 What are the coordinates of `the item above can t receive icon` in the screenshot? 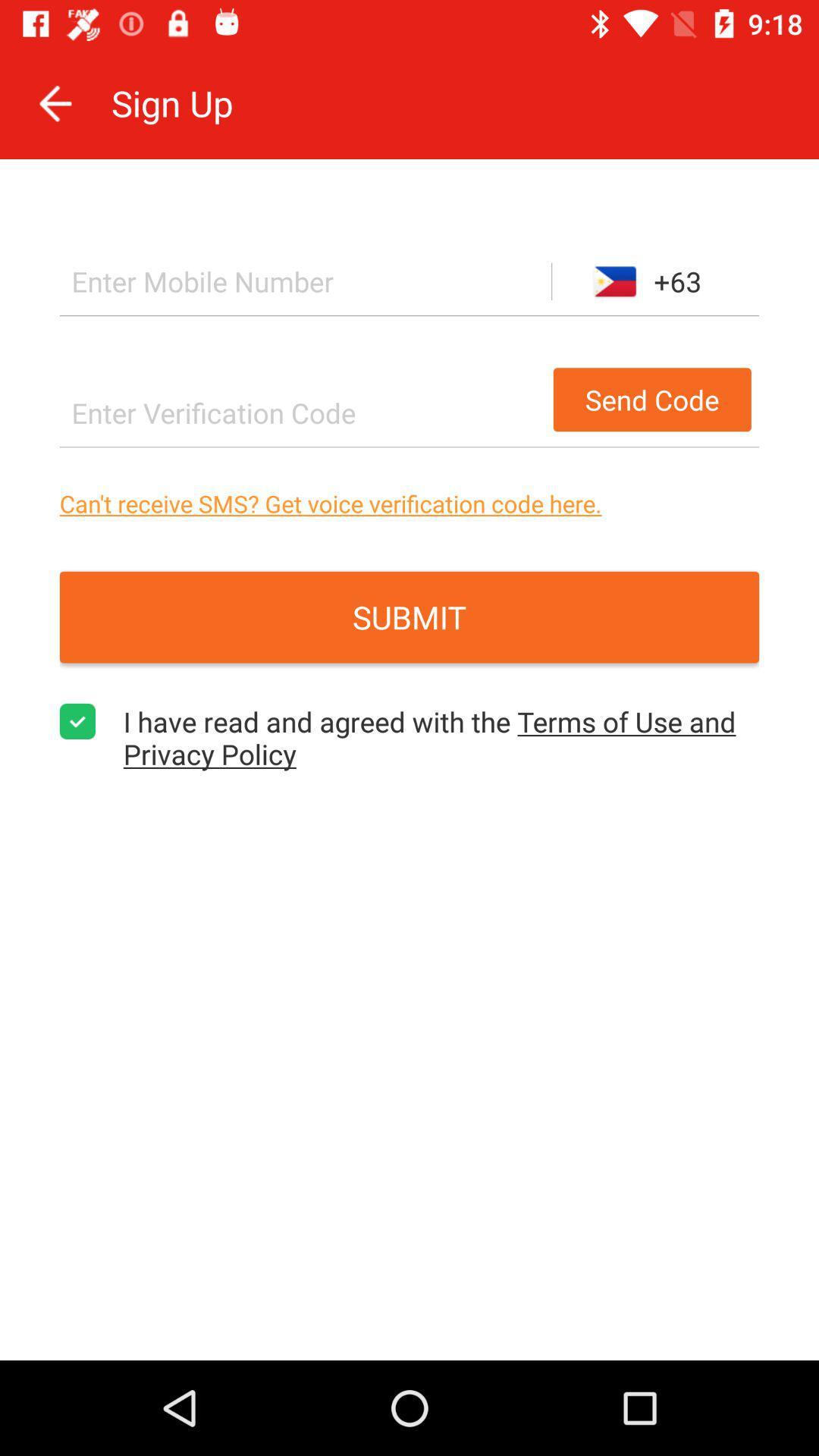 It's located at (302, 413).